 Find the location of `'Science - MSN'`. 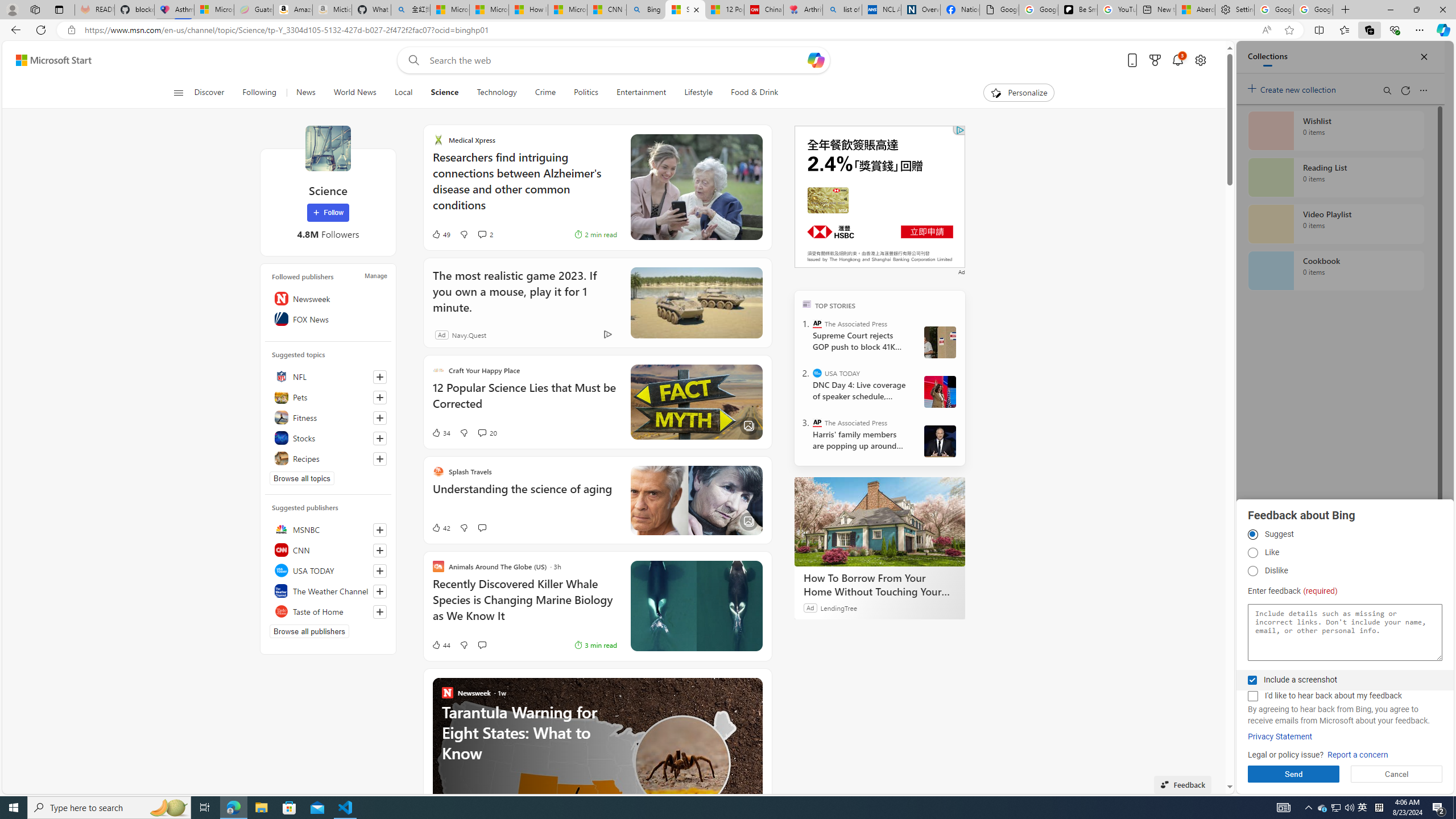

'Science - MSN' is located at coordinates (685, 9).